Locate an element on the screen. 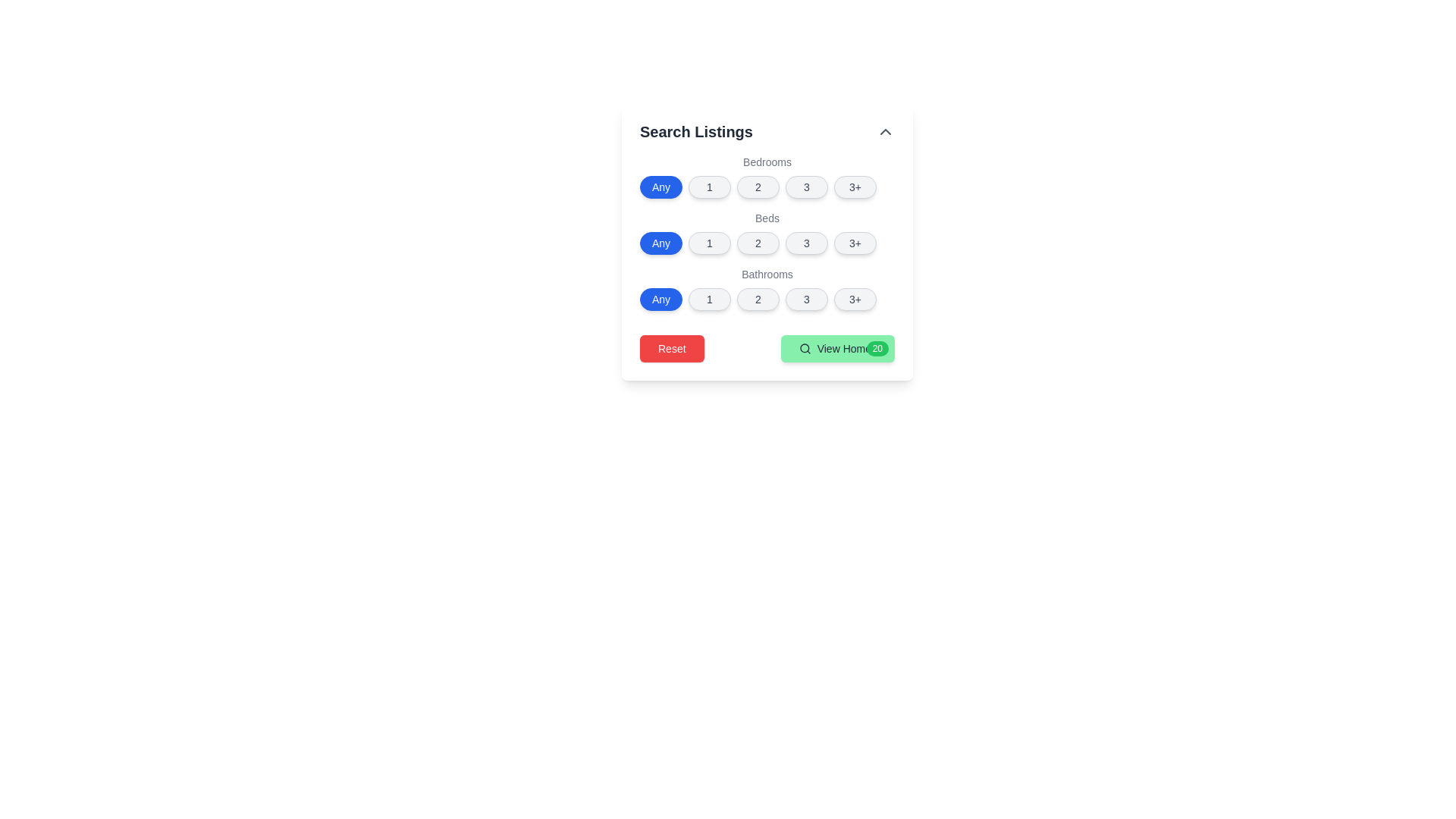 The height and width of the screenshot is (819, 1456). the fourth button labeled '3' in the 'Beds' section is located at coordinates (806, 242).